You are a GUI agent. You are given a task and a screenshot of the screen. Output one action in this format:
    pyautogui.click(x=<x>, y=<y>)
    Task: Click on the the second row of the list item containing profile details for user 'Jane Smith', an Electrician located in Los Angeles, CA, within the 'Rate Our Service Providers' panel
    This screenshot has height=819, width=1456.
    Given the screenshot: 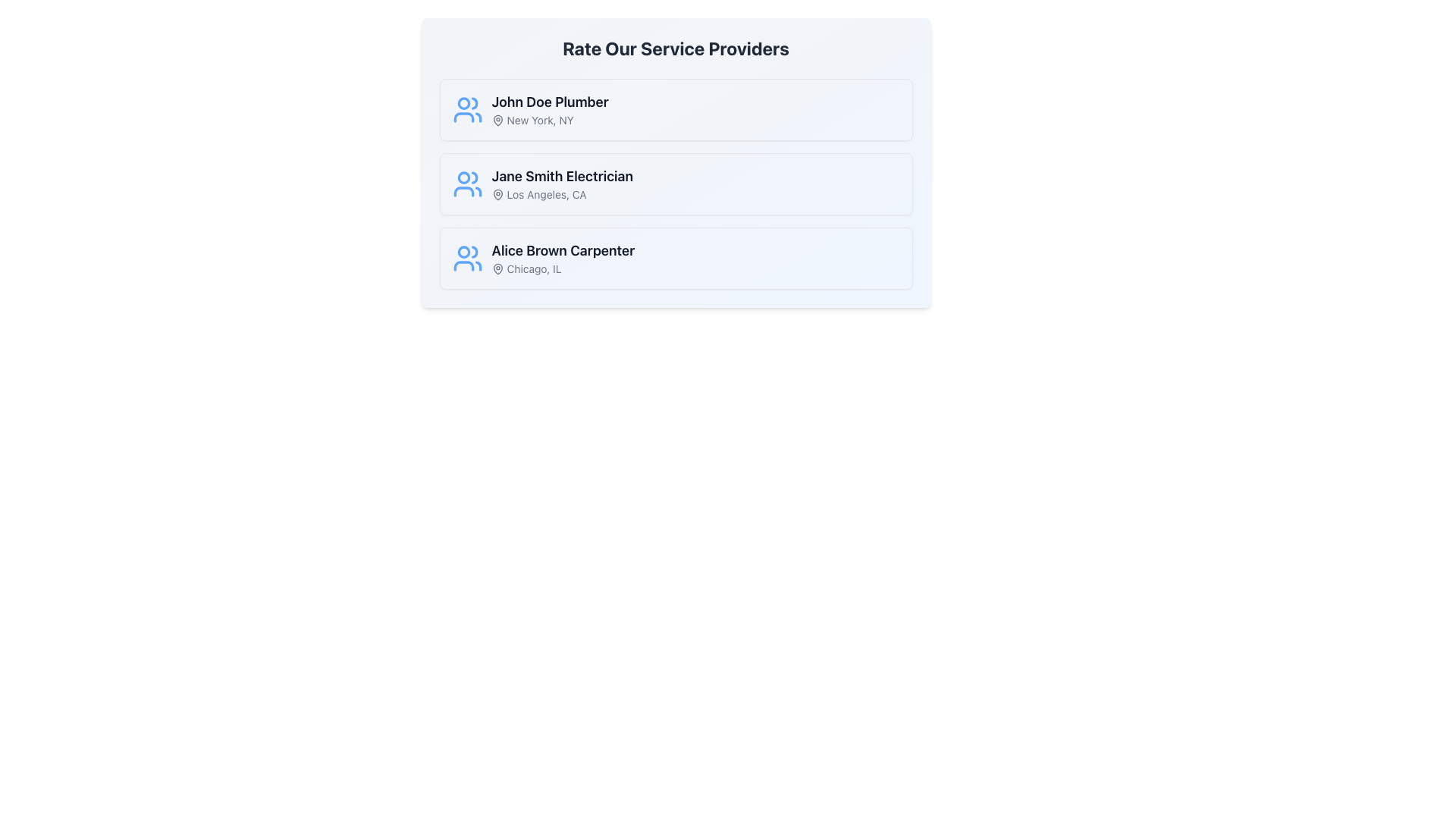 What is the action you would take?
    pyautogui.click(x=542, y=184)
    